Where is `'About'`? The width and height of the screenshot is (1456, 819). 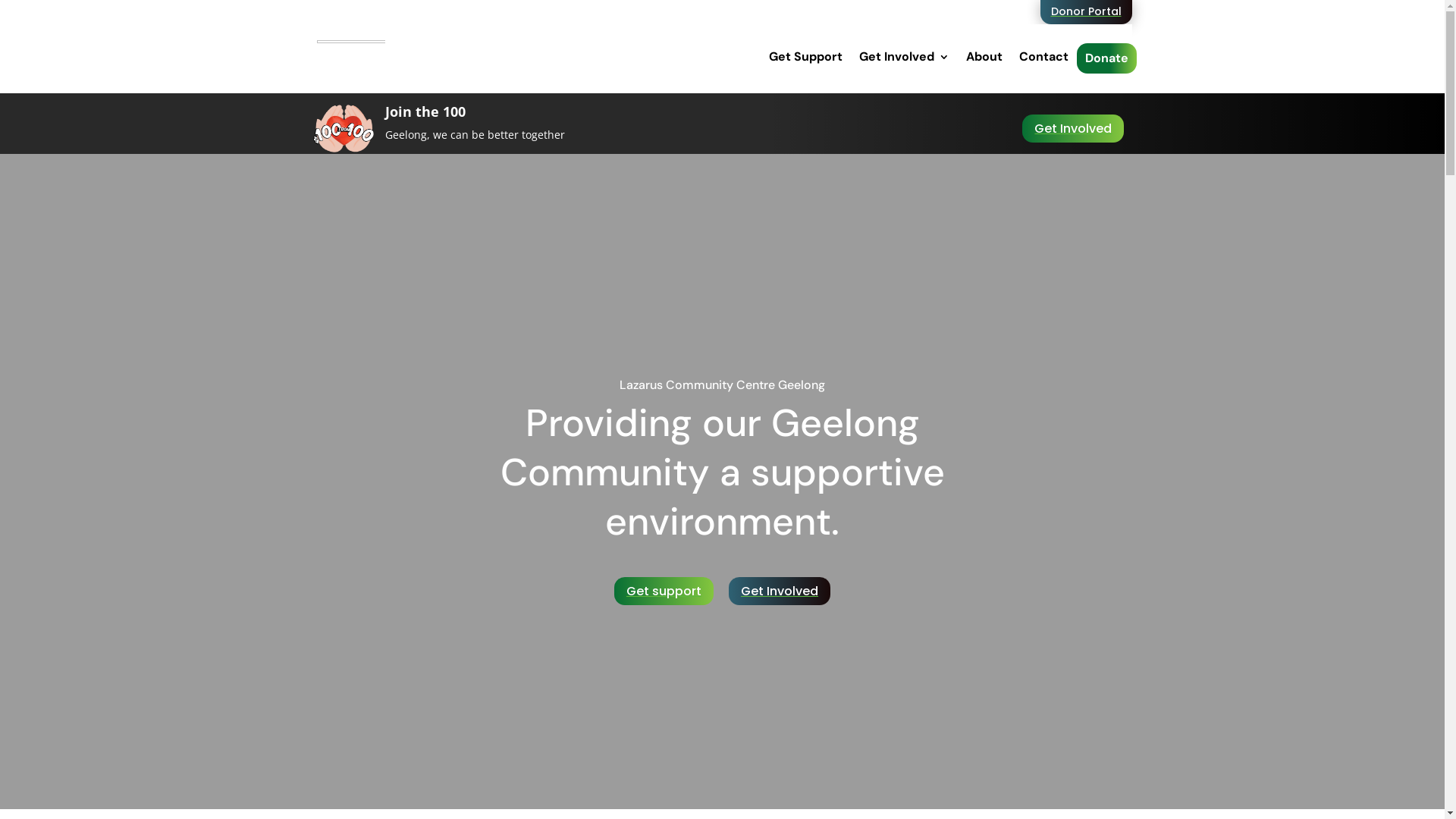 'About' is located at coordinates (984, 55).